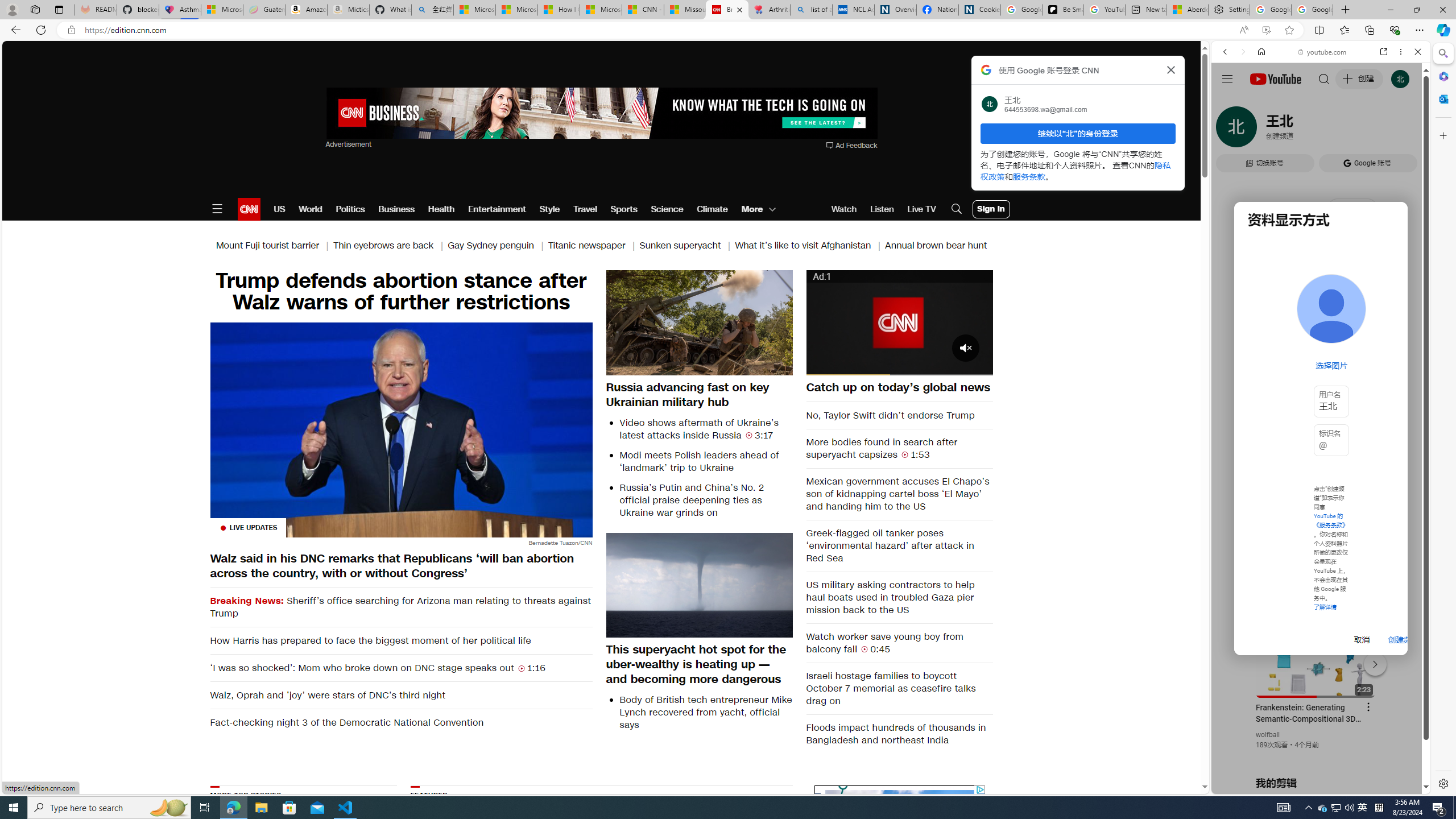 This screenshot has width=1456, height=819. What do you see at coordinates (1319, 337) in the screenshot?
I see `'Trailer #2 [HD]'` at bounding box center [1319, 337].